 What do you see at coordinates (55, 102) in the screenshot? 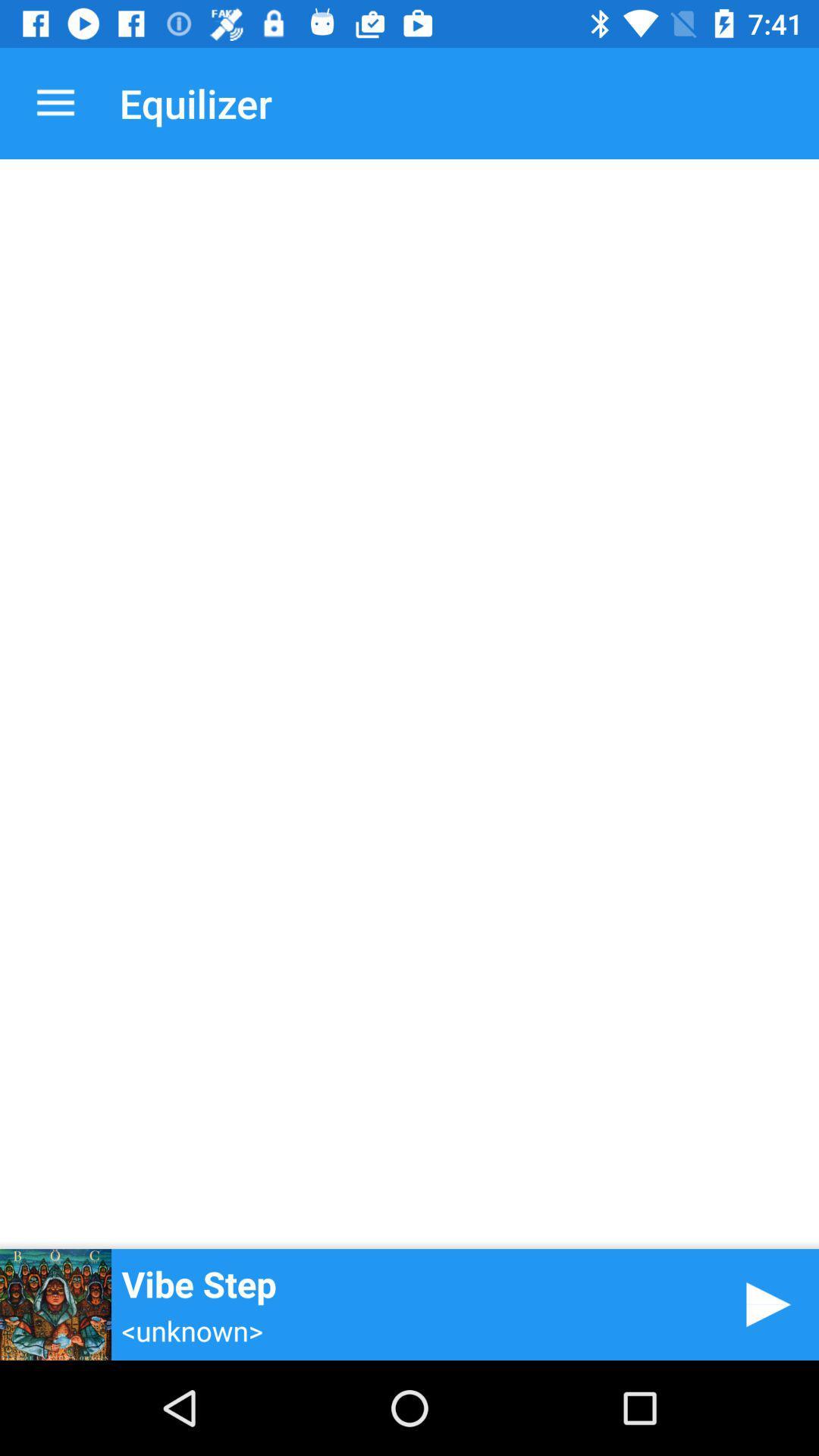
I see `the item next to equilizer icon` at bounding box center [55, 102].